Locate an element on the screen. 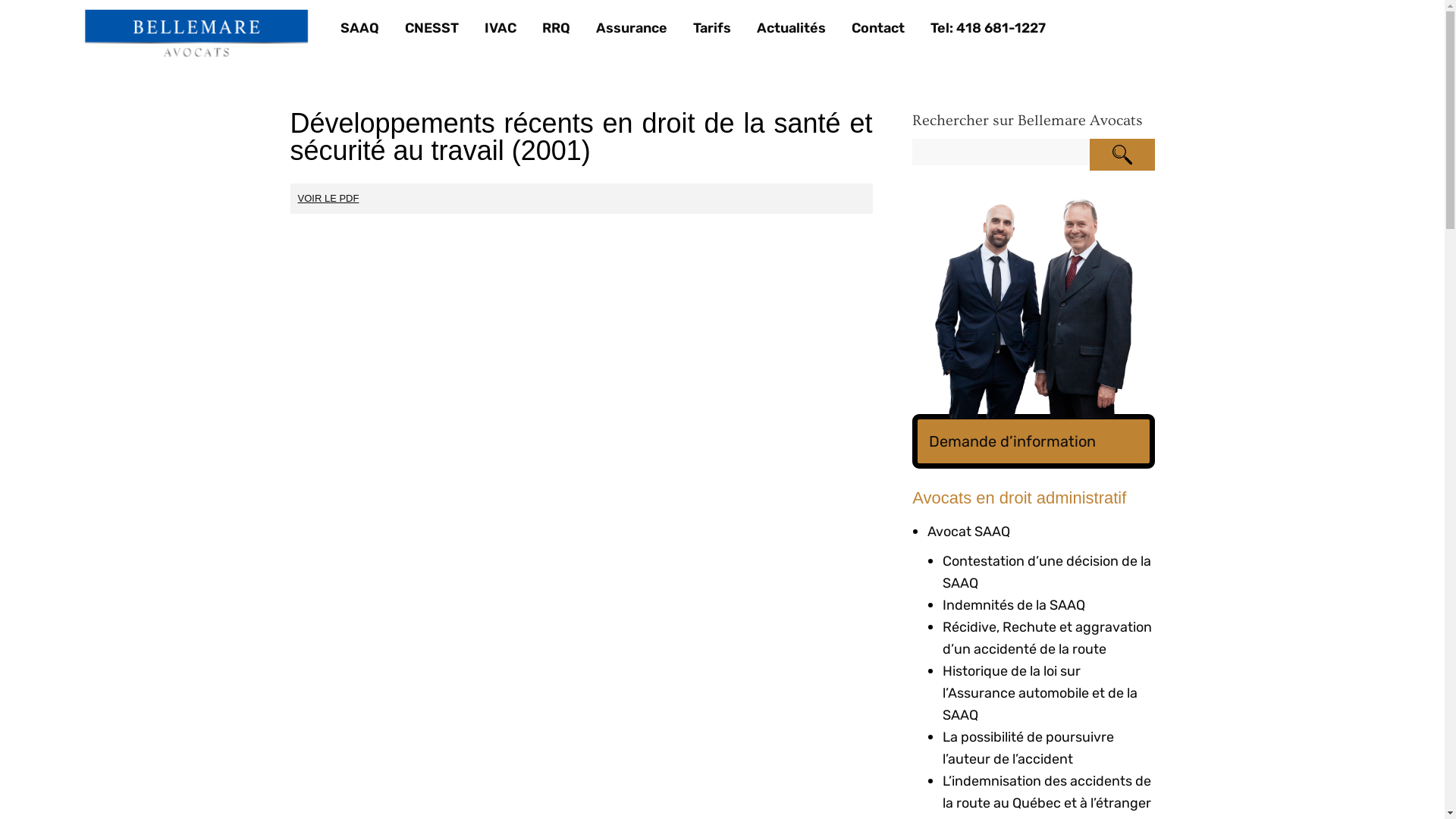 Image resolution: width=1456 pixels, height=819 pixels. 'Contact' is located at coordinates (877, 28).